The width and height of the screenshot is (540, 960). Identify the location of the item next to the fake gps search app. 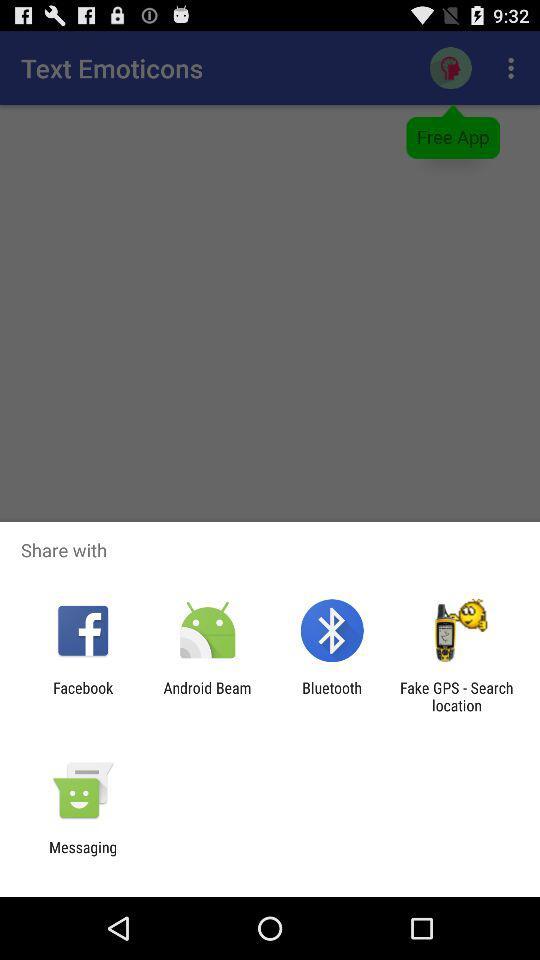
(332, 696).